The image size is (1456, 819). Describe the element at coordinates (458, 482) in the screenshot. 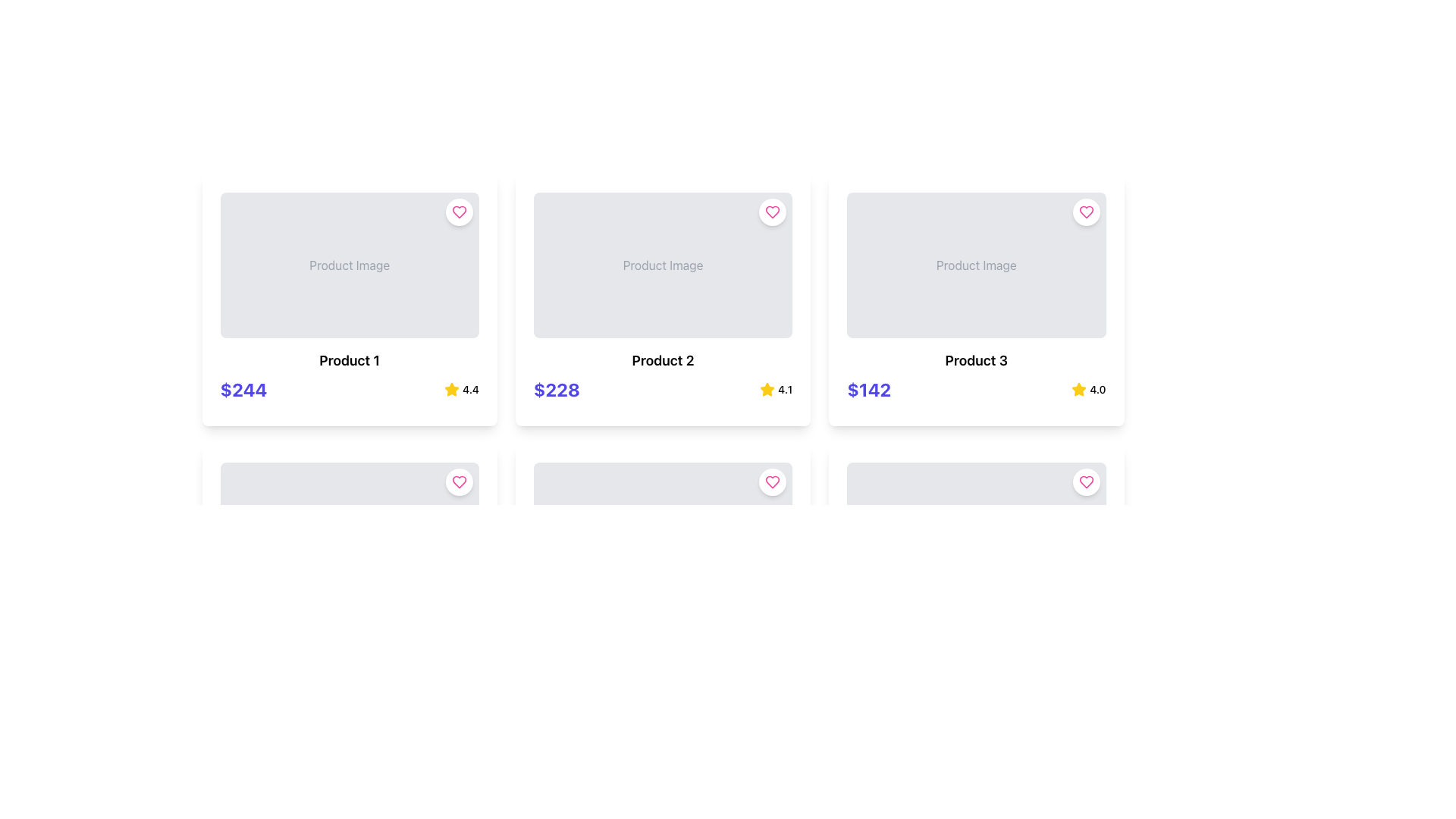

I see `the 'like' button located at the top-right corner of the product card` at that location.